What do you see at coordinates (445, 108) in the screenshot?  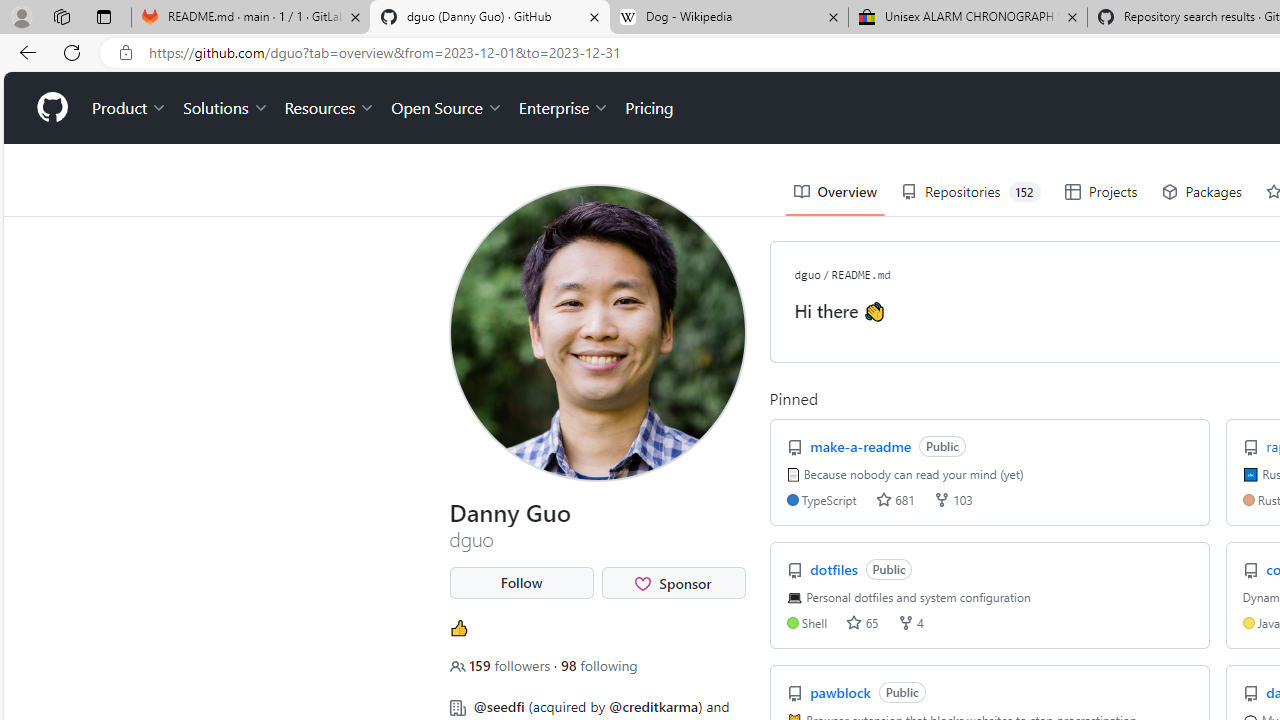 I see `'Open Source'` at bounding box center [445, 108].